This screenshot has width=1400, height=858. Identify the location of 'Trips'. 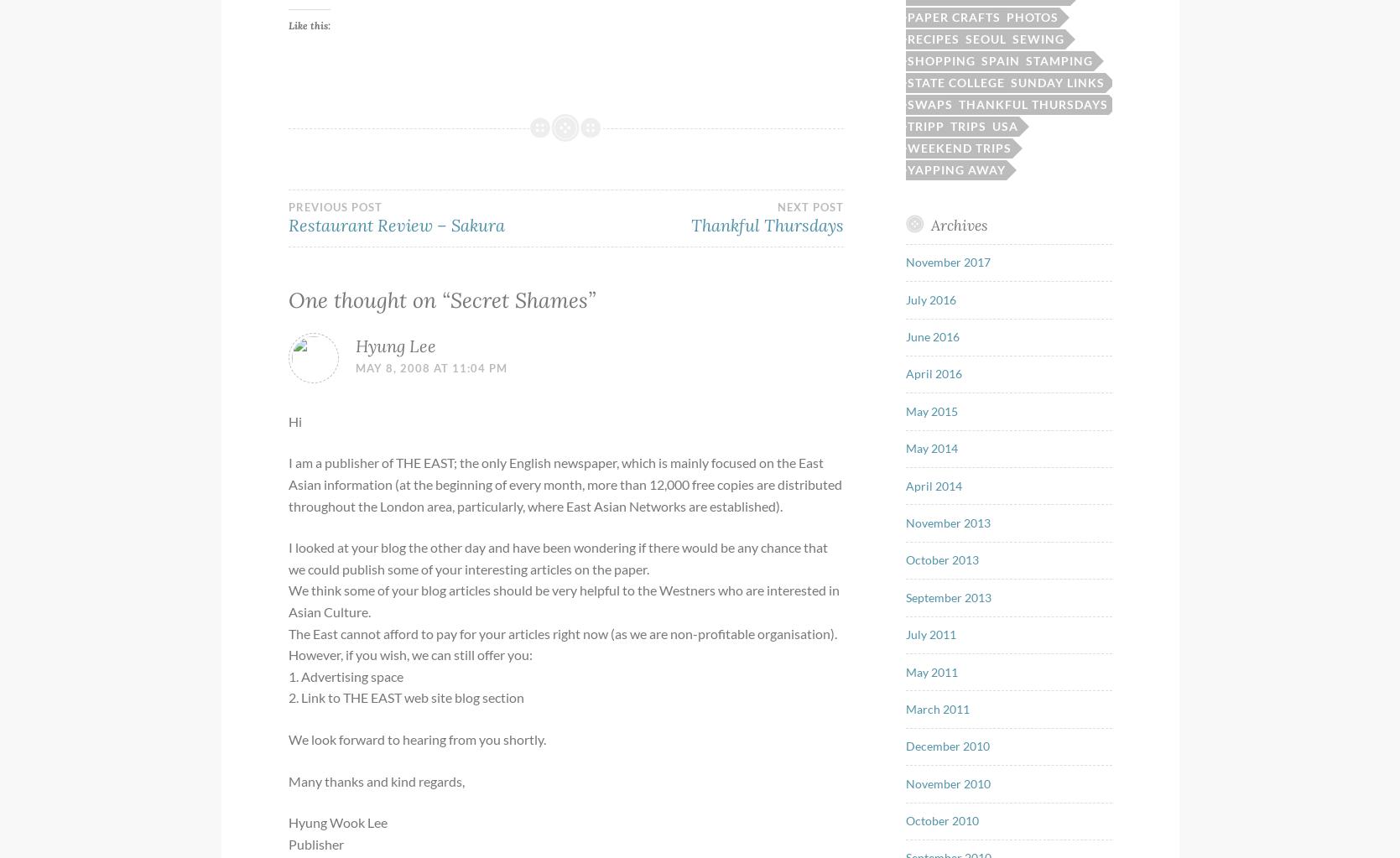
(967, 125).